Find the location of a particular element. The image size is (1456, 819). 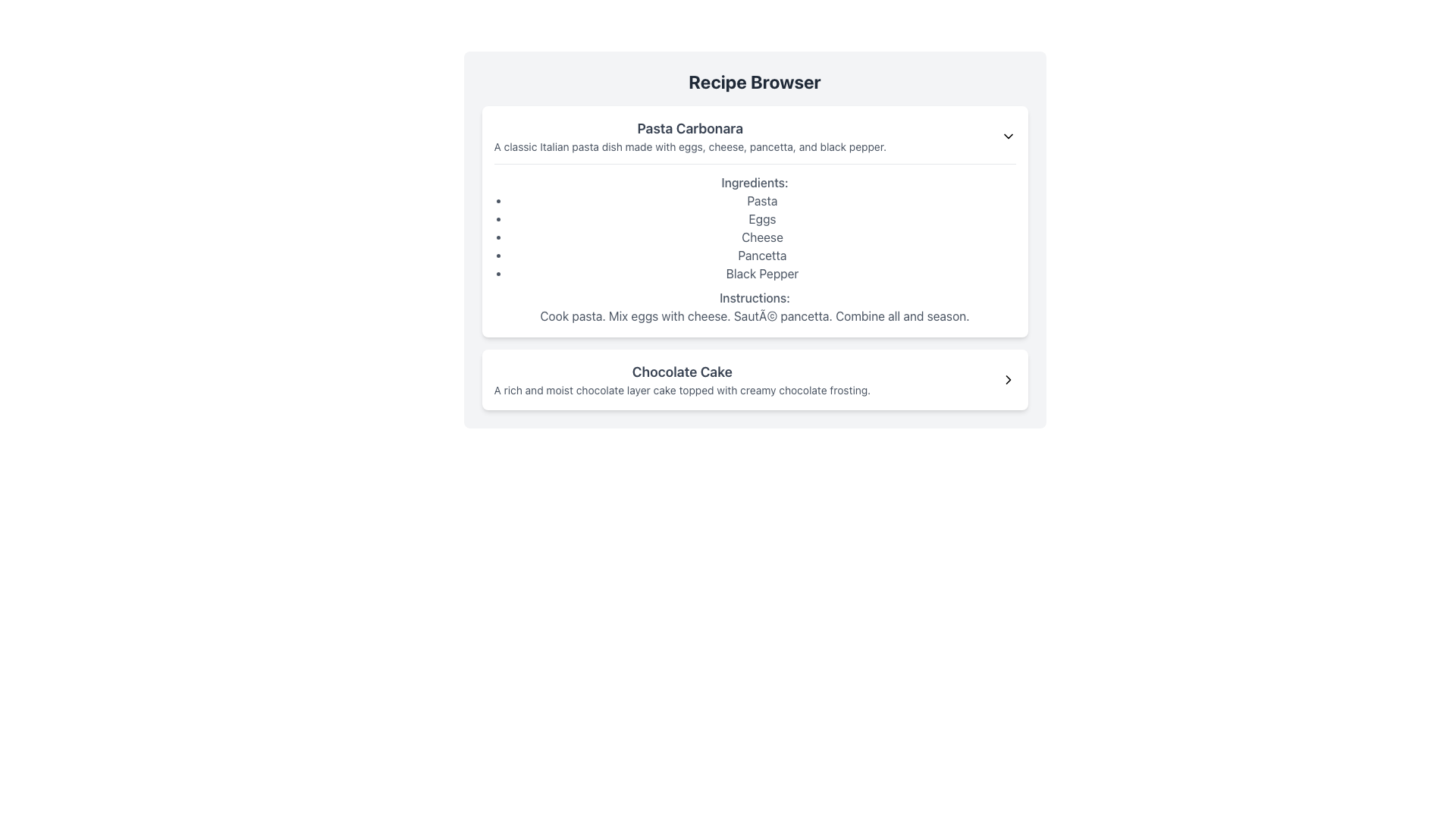

the third item in the bulleted list under 'Ingredients' in the 'Pasta Carbonara' recipe section, which displays the ingredient name between 'Eggs' and 'Pancetta' is located at coordinates (762, 237).